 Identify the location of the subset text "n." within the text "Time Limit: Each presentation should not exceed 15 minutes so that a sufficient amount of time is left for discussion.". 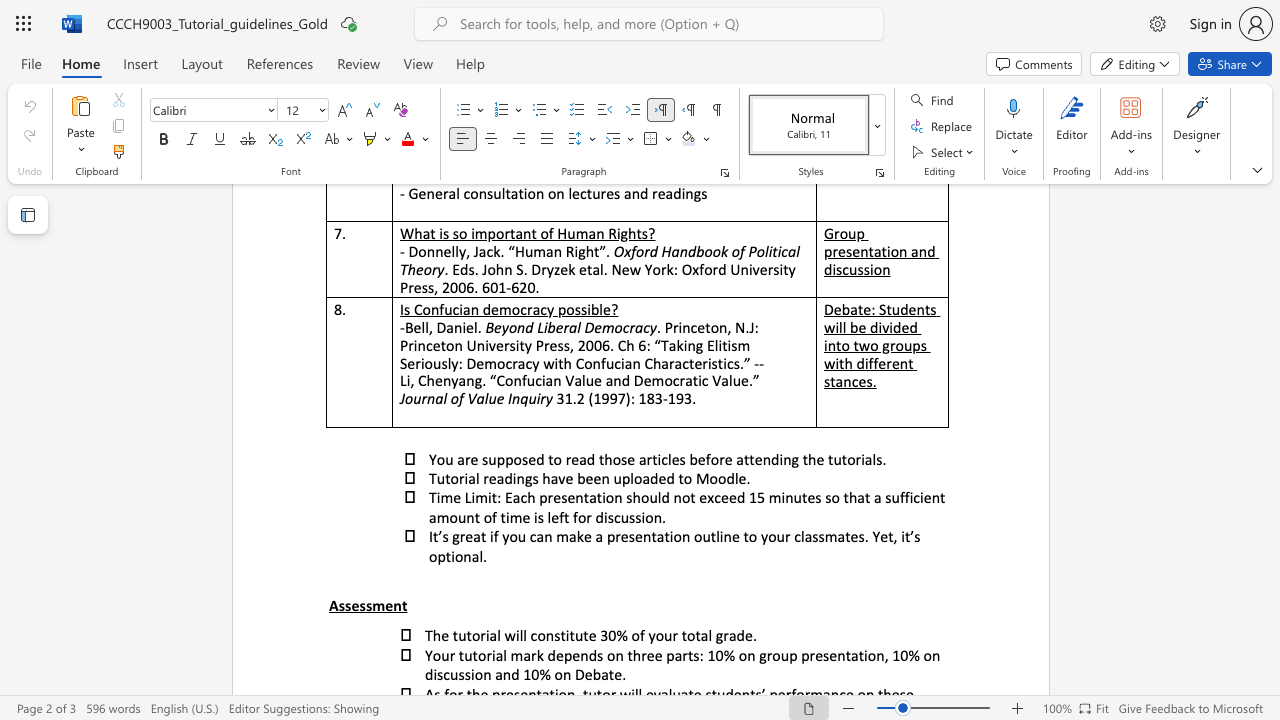
(653, 516).